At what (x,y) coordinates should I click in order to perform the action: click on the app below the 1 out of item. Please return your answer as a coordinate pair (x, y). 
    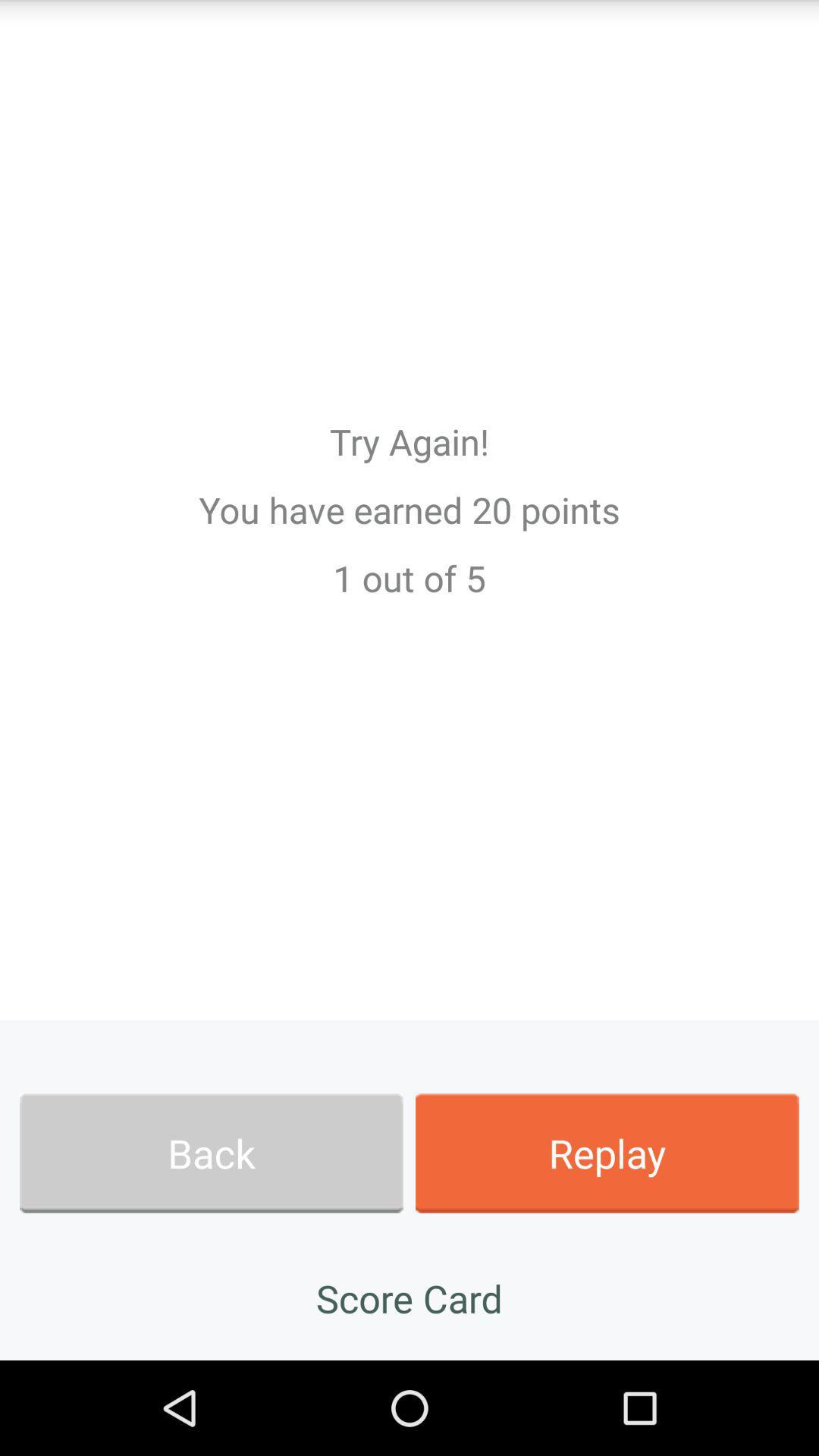
    Looking at the image, I should click on (607, 1153).